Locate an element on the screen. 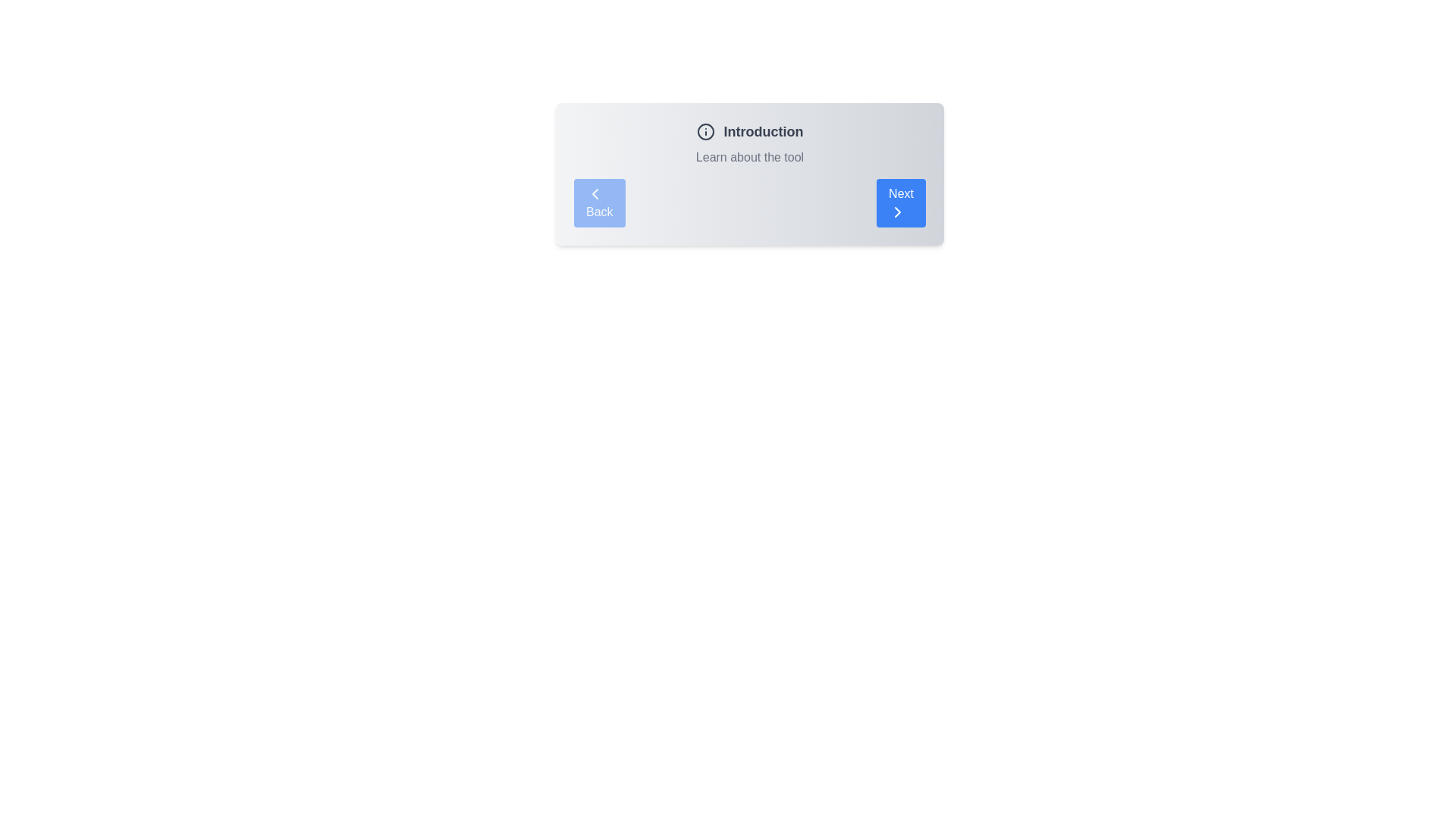  the rightmost button in the horizontal layout to observe the hover effect is located at coordinates (901, 202).